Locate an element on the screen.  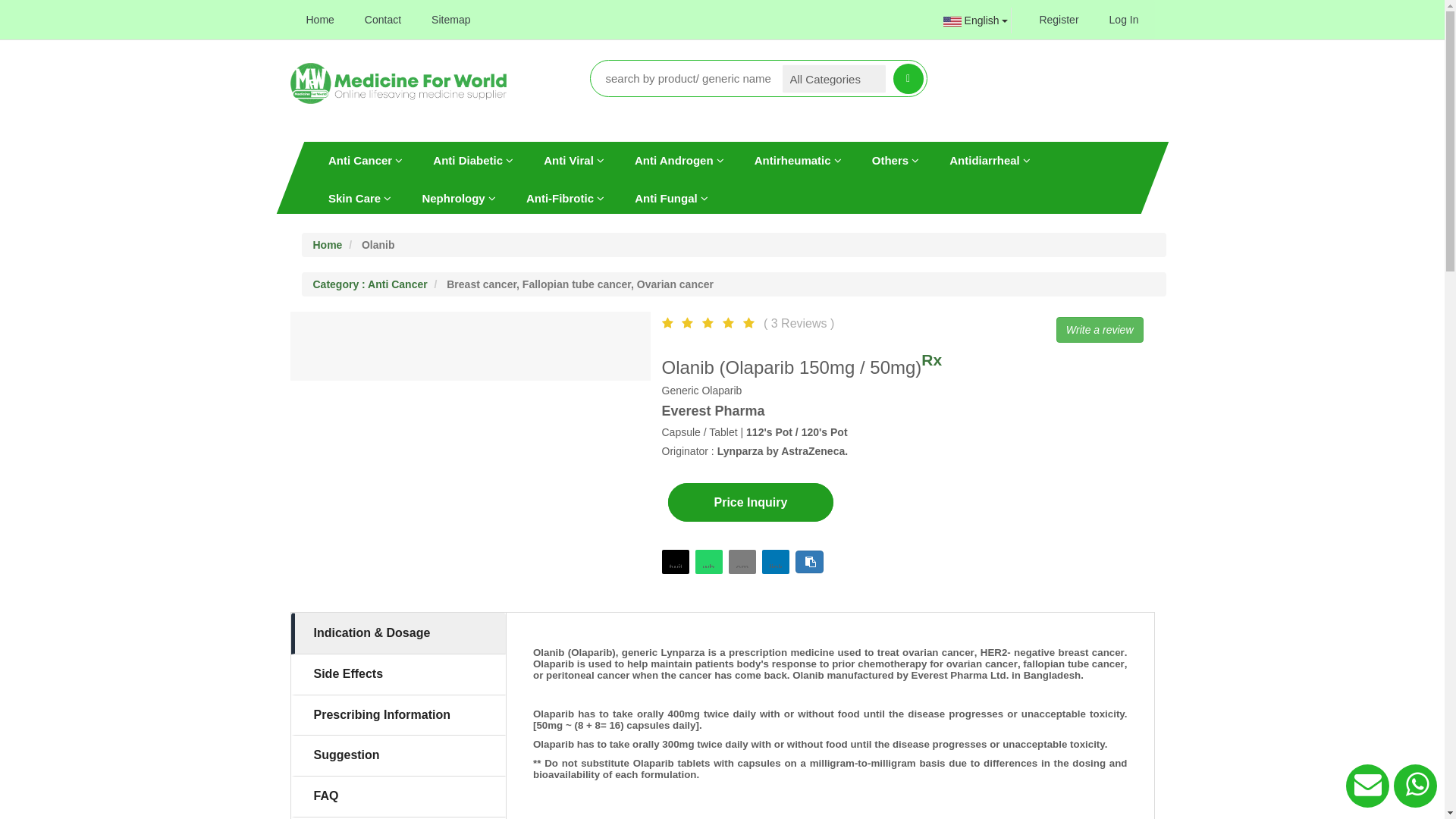
'Others' is located at coordinates (895, 160).